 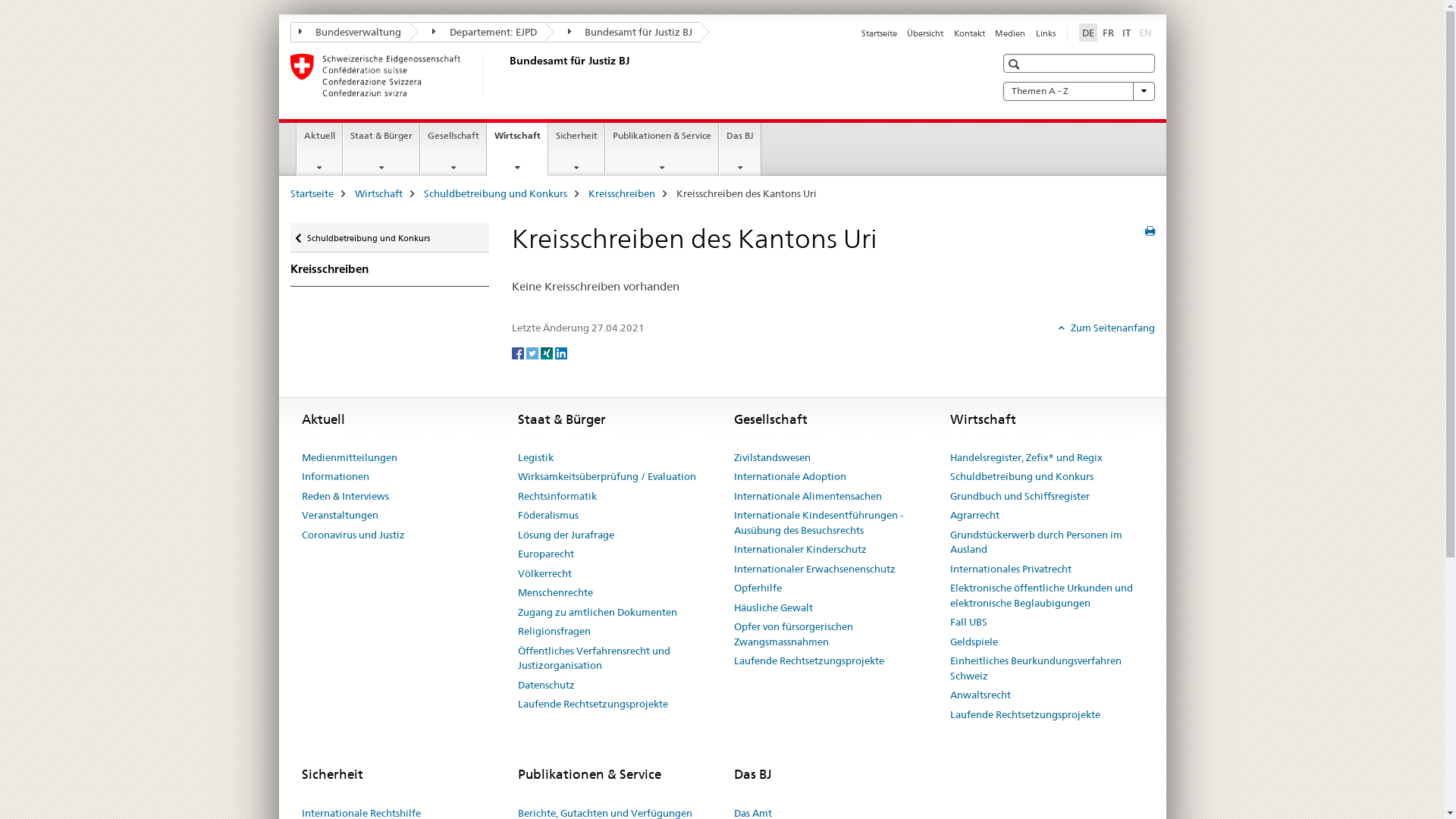 What do you see at coordinates (807, 497) in the screenshot?
I see `'Internationale Alimentensachen'` at bounding box center [807, 497].